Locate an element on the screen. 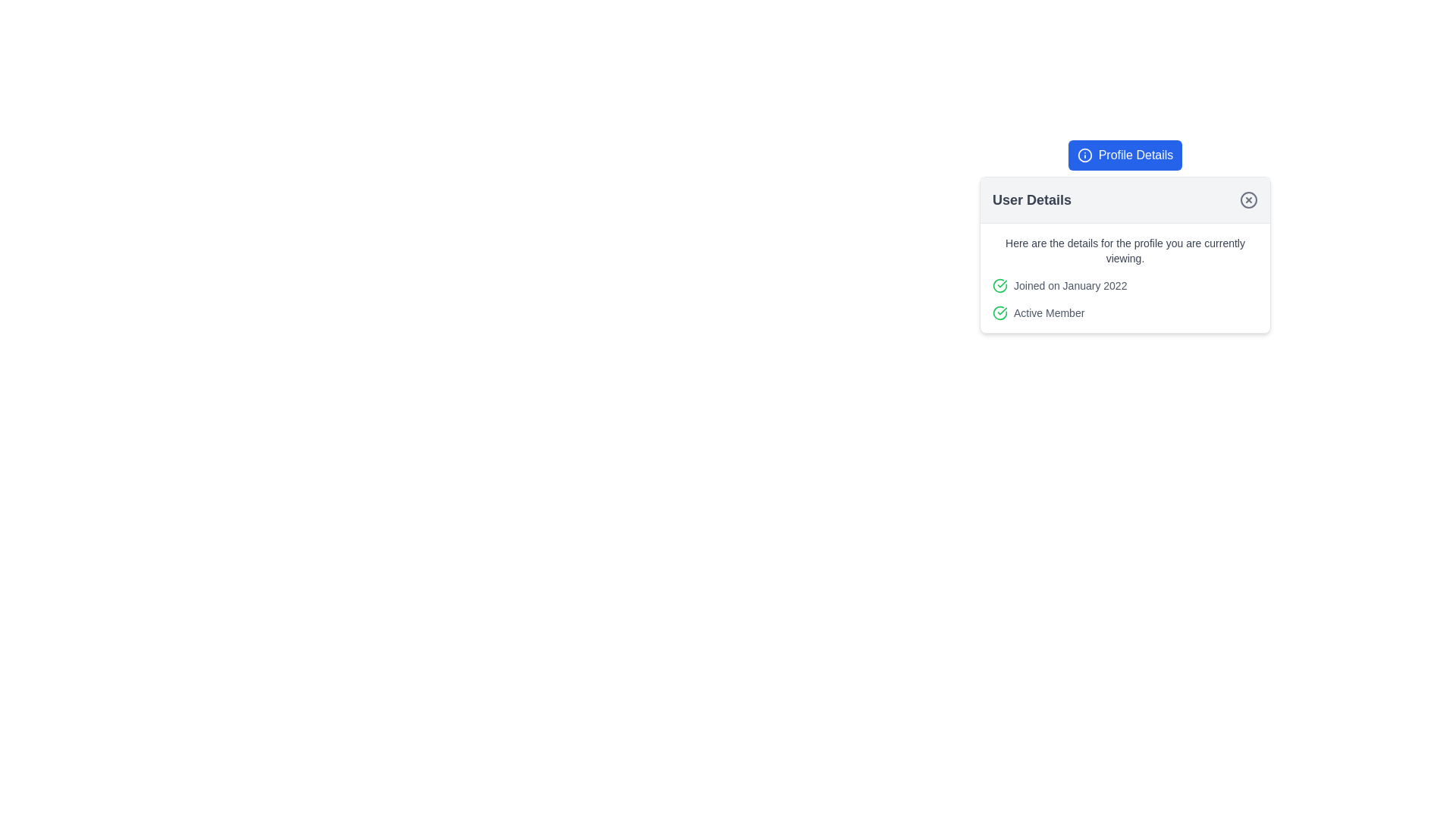 The image size is (1456, 819). the green circular icon with a checkmark that indicates an Active Member, located next to the 'Active Member' label in the 'User Details' section is located at coordinates (1000, 312).